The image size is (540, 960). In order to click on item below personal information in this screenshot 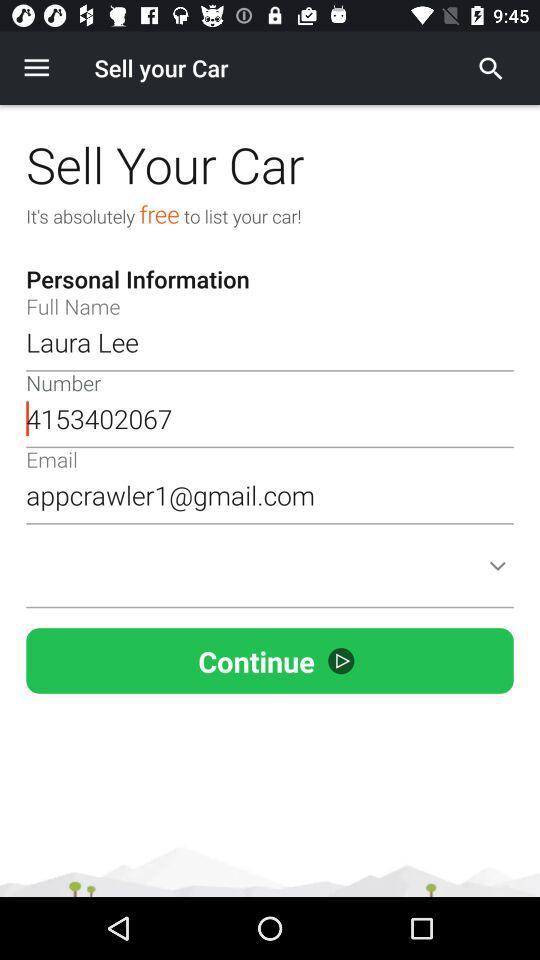, I will do `click(270, 342)`.